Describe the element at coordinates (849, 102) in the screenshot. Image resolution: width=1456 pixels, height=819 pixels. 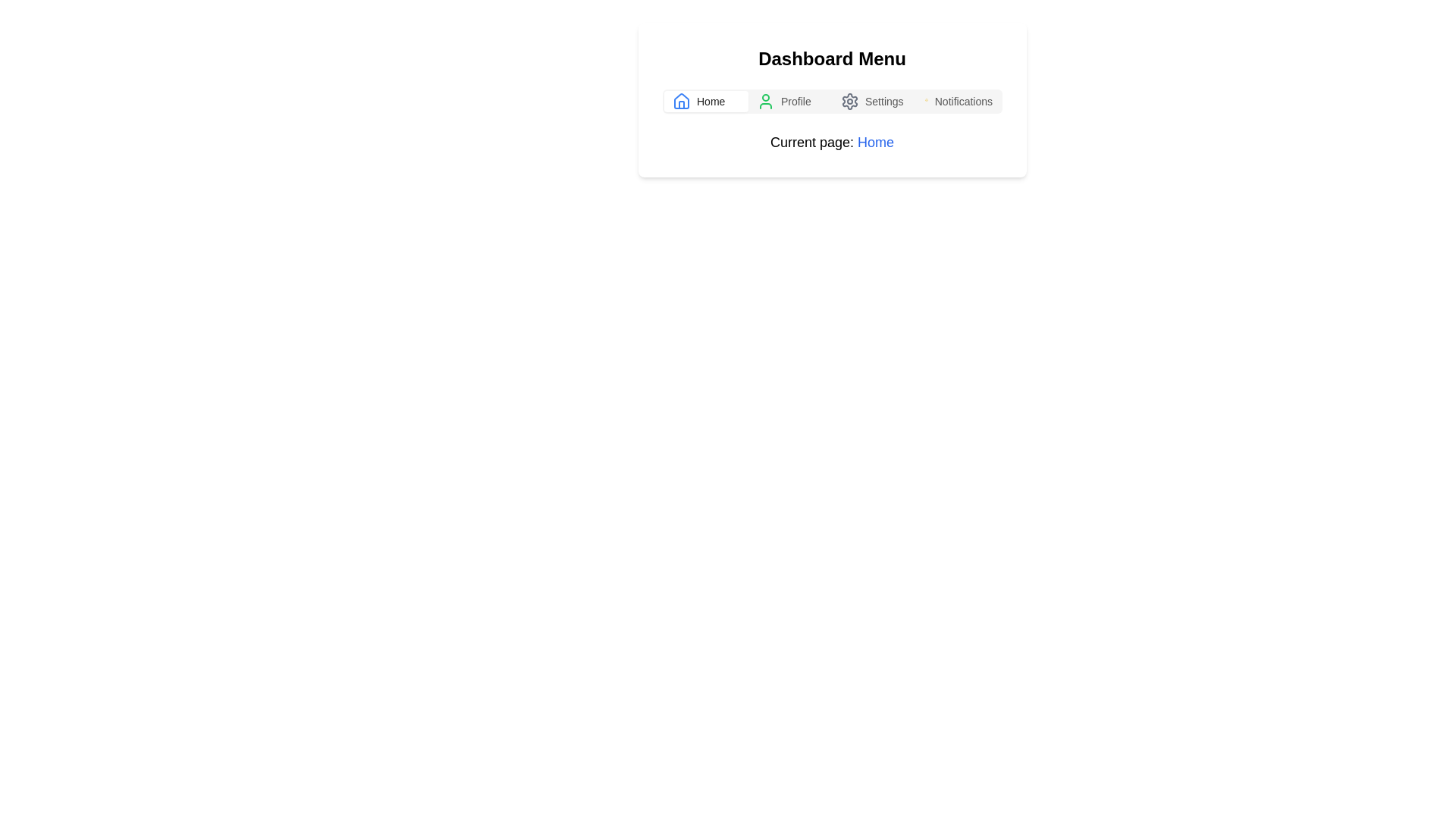
I see `the settings icon located to the left of the 'Settings' label in the menu bar` at that location.